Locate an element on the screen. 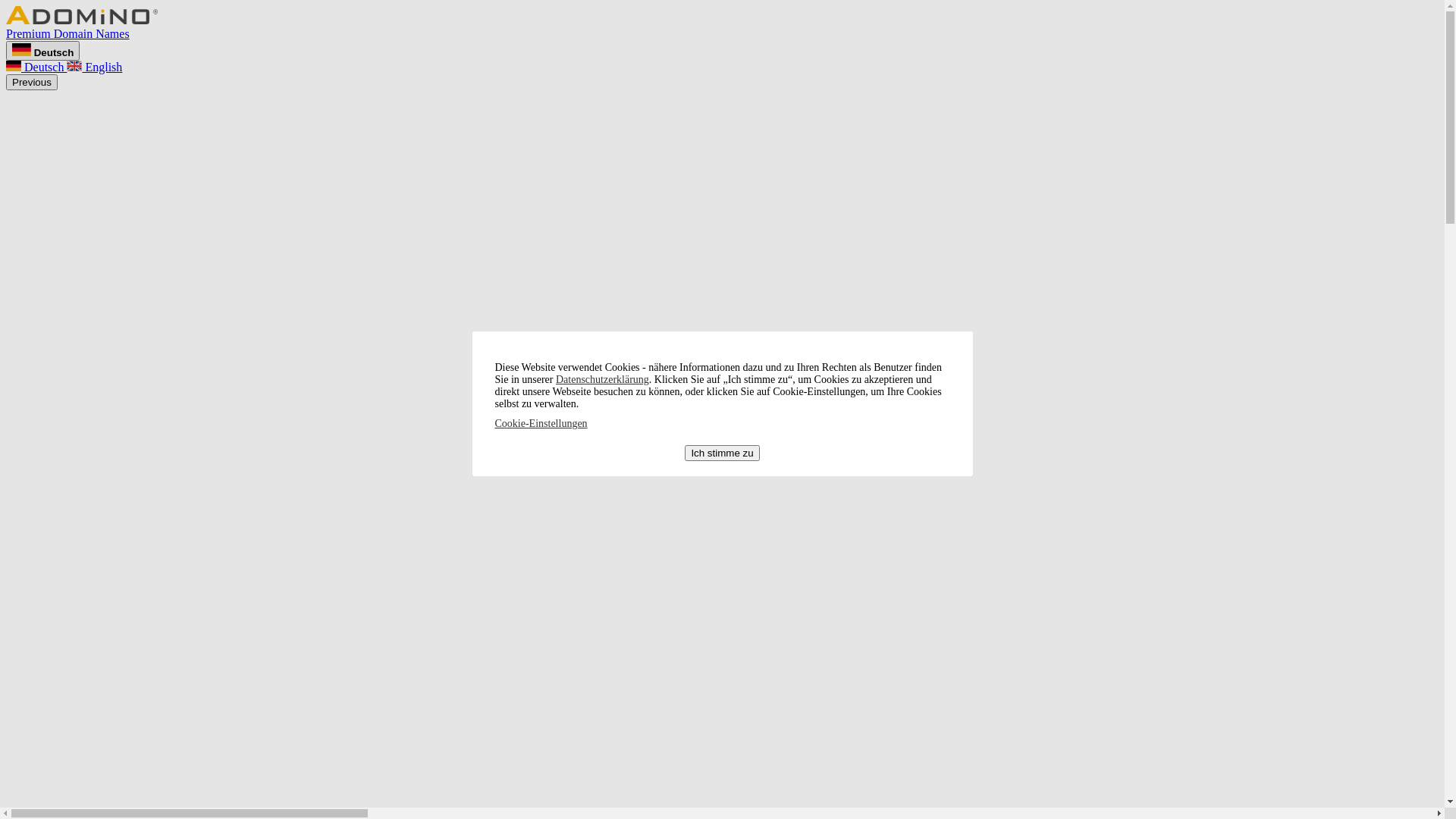  'Previous' is located at coordinates (32, 82).